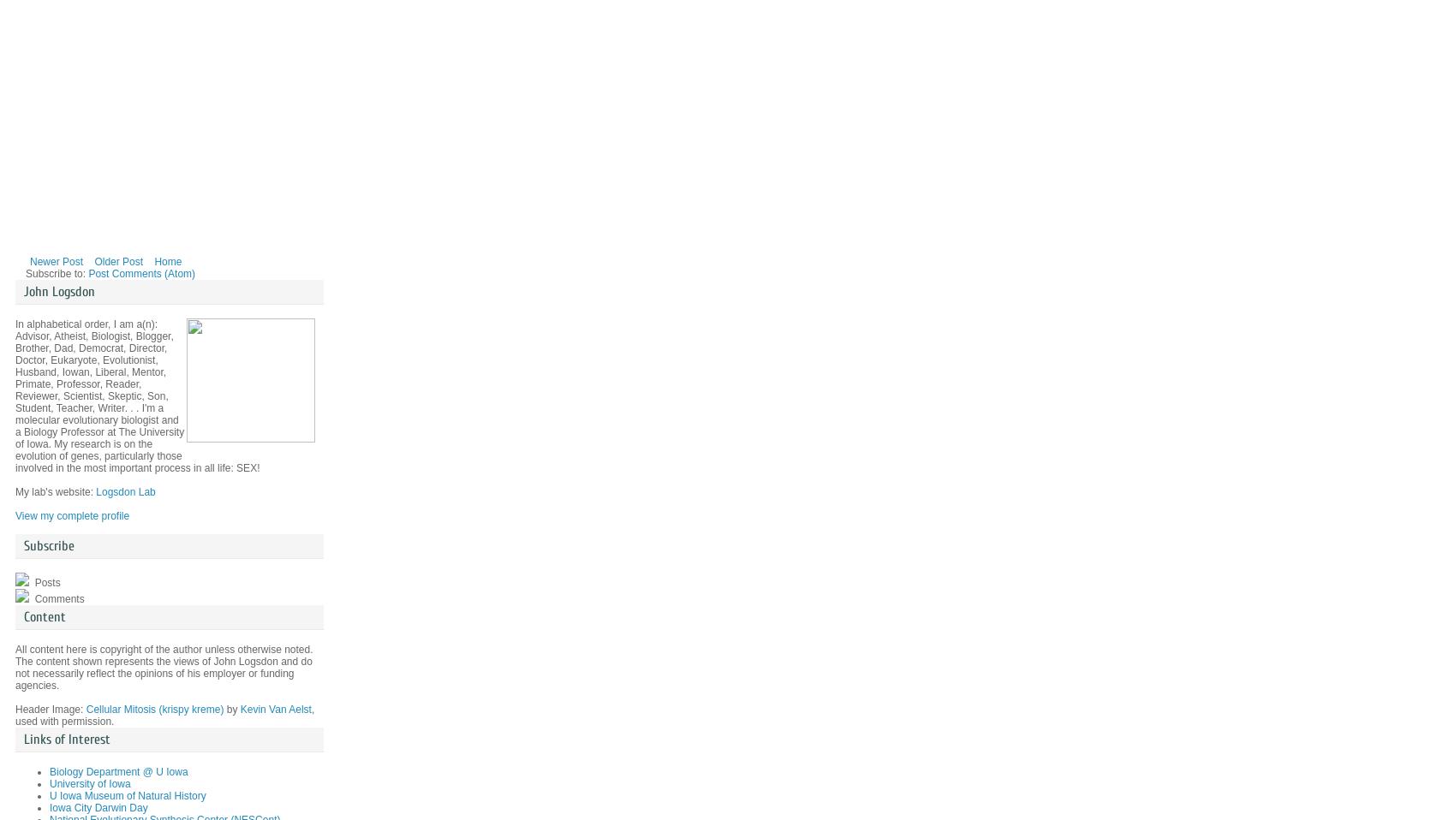 Image resolution: width=1456 pixels, height=820 pixels. What do you see at coordinates (274, 708) in the screenshot?
I see `'Kevin Van Aelst'` at bounding box center [274, 708].